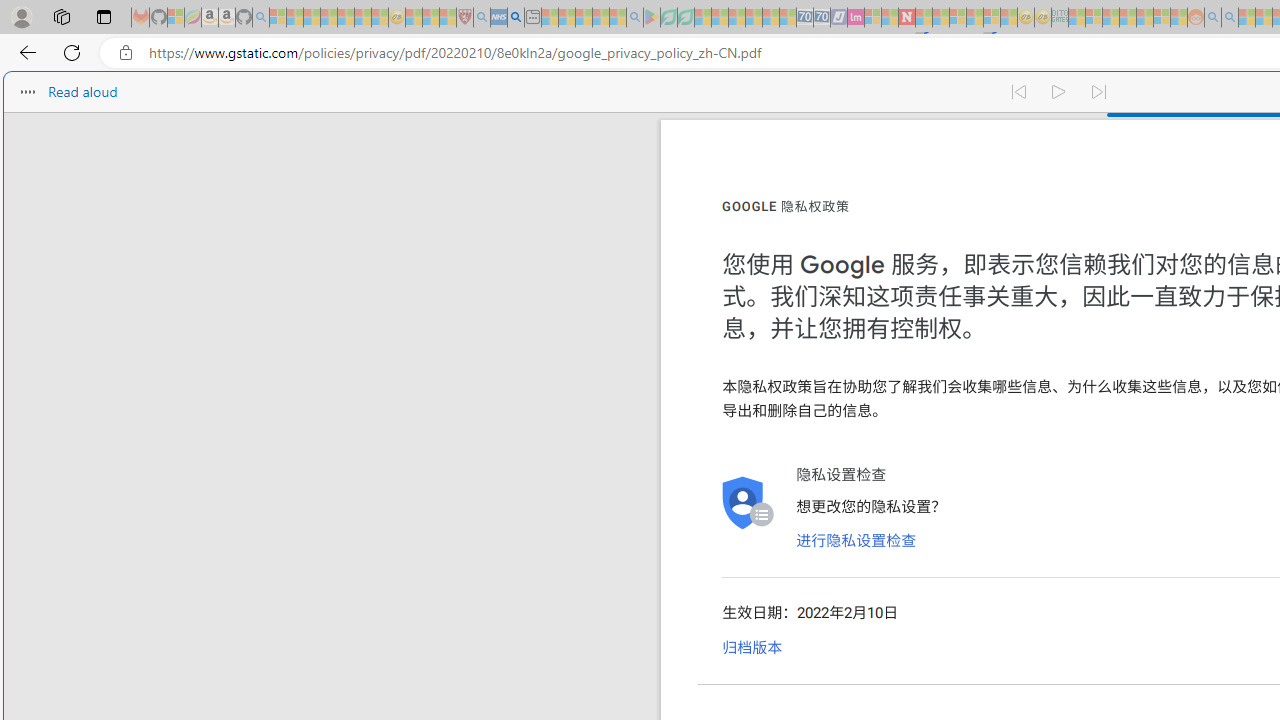 The height and width of the screenshot is (720, 1280). What do you see at coordinates (1128, 17) in the screenshot?
I see `'Expert Portfolios - Sleeping'` at bounding box center [1128, 17].